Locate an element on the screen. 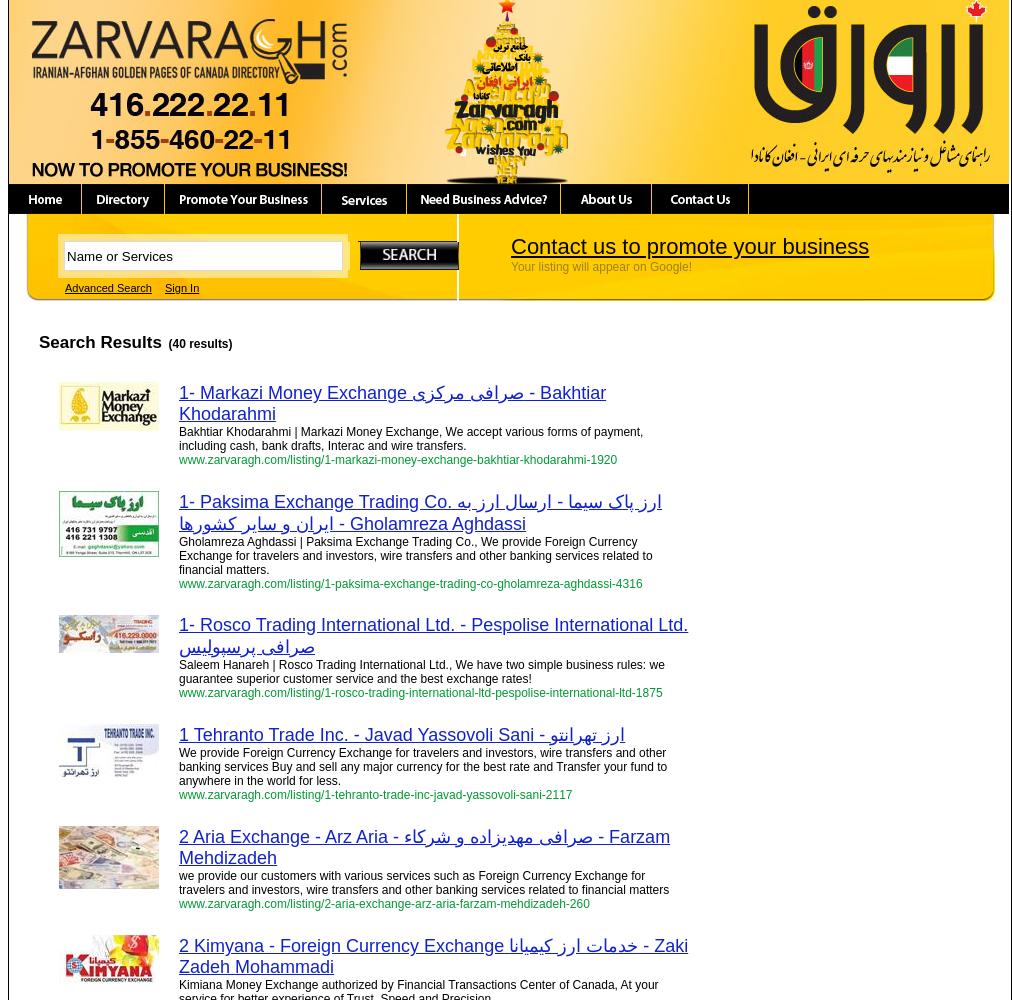 Image resolution: width=1012 pixels, height=1000 pixels. 'Sign In' is located at coordinates (181, 288).